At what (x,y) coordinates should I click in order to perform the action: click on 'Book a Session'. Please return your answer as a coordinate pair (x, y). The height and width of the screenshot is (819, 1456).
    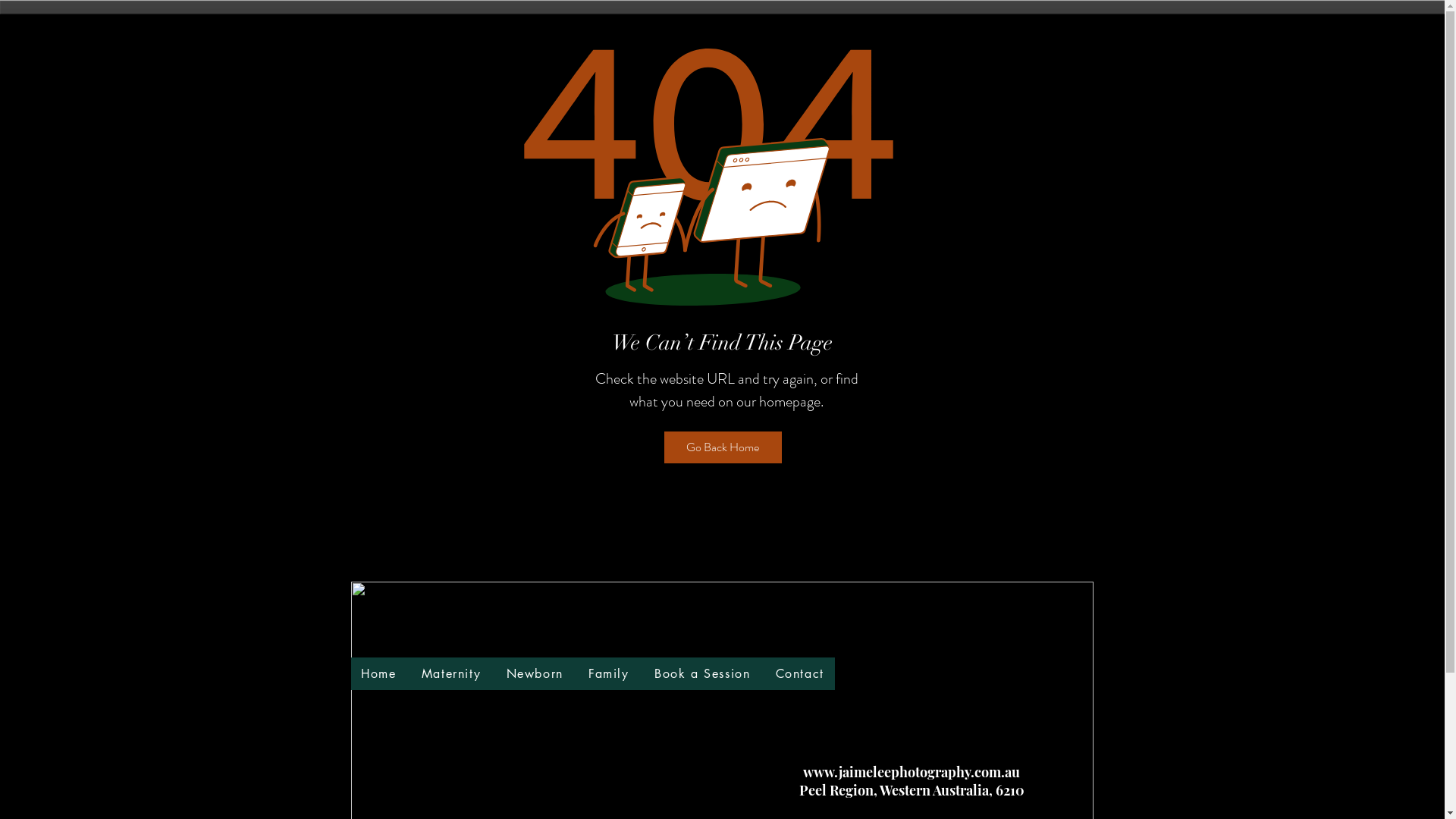
    Looking at the image, I should click on (644, 673).